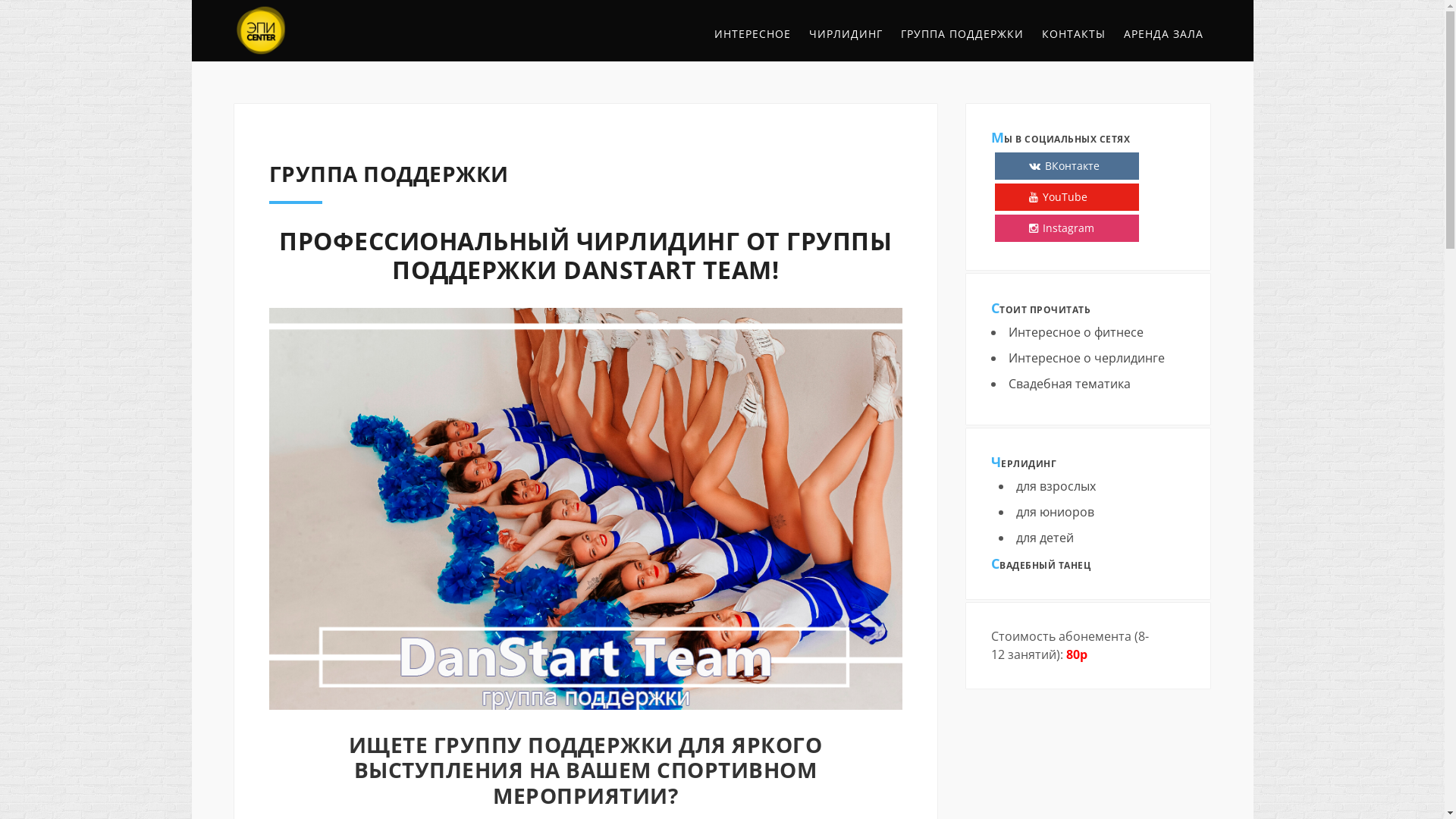  What do you see at coordinates (990, 227) in the screenshot?
I see `'Instagram'` at bounding box center [990, 227].